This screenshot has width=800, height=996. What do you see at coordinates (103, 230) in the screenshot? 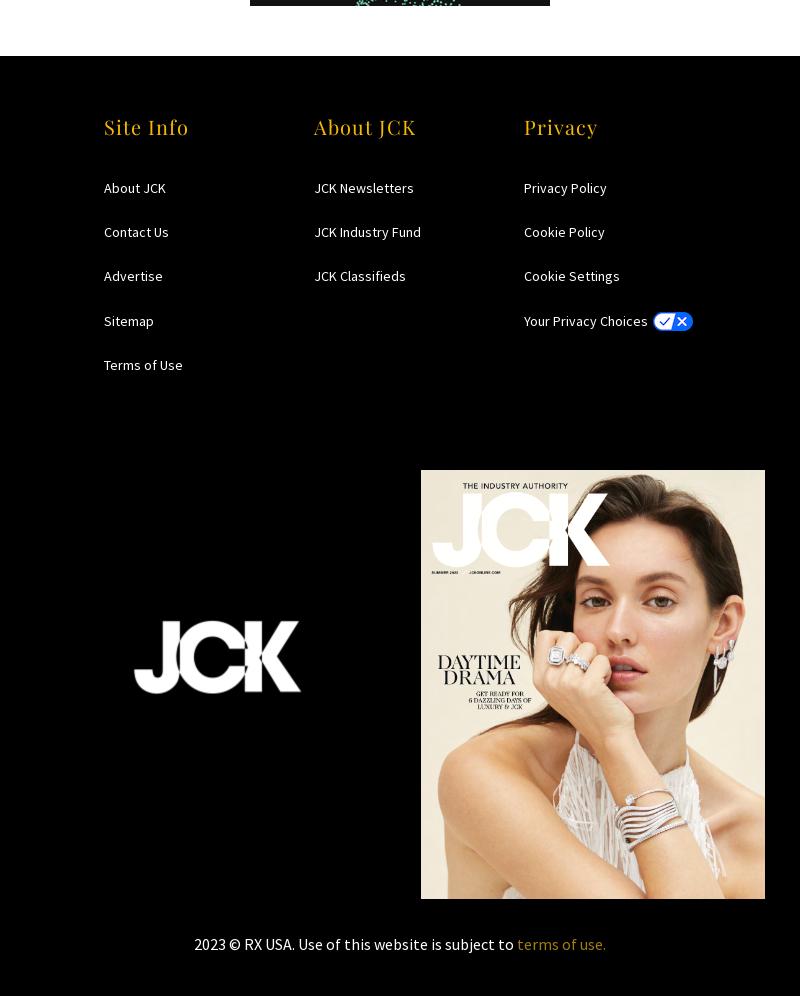
I see `'Contact Us'` at bounding box center [103, 230].